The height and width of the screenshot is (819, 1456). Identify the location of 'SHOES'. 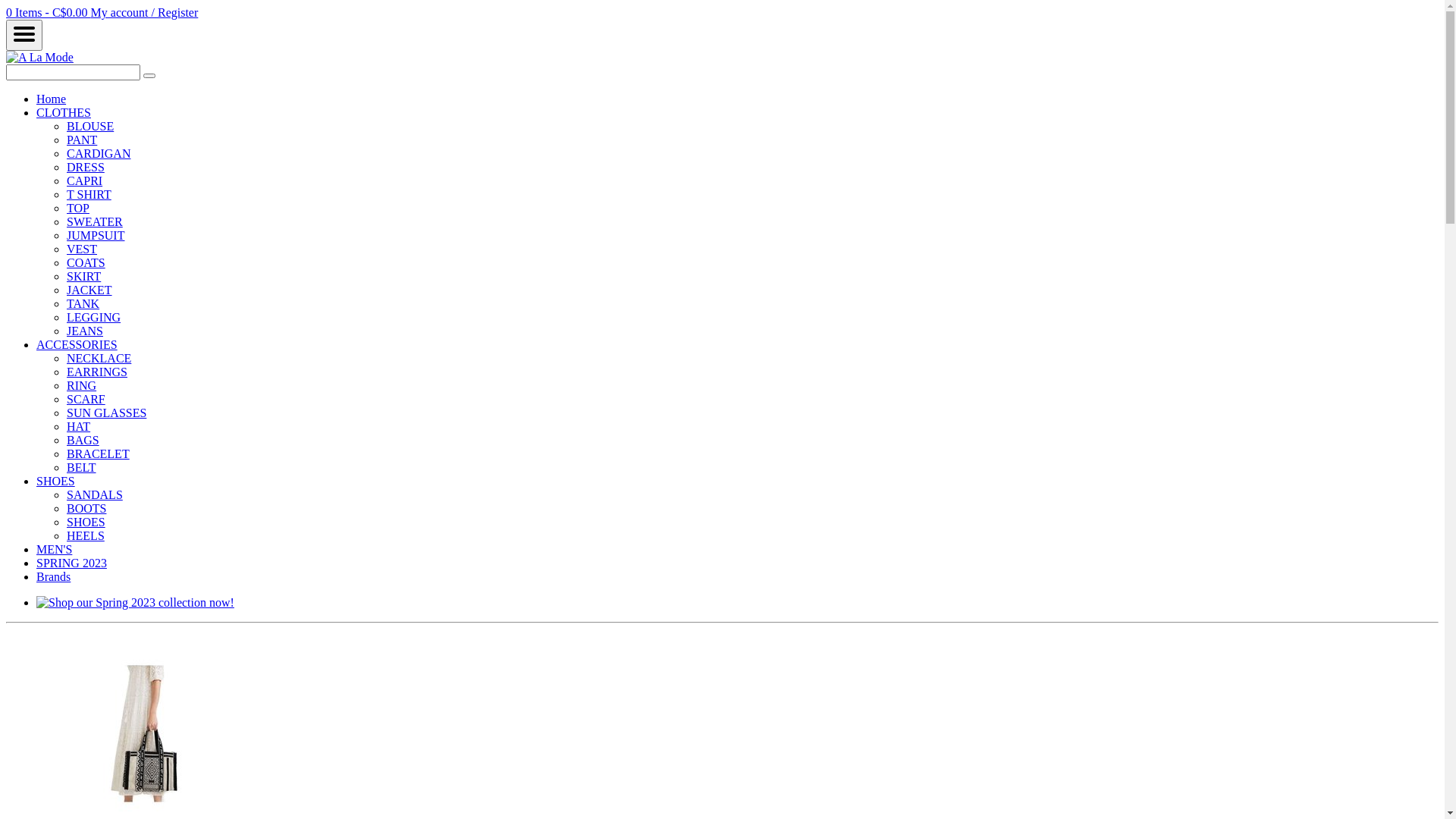
(55, 481).